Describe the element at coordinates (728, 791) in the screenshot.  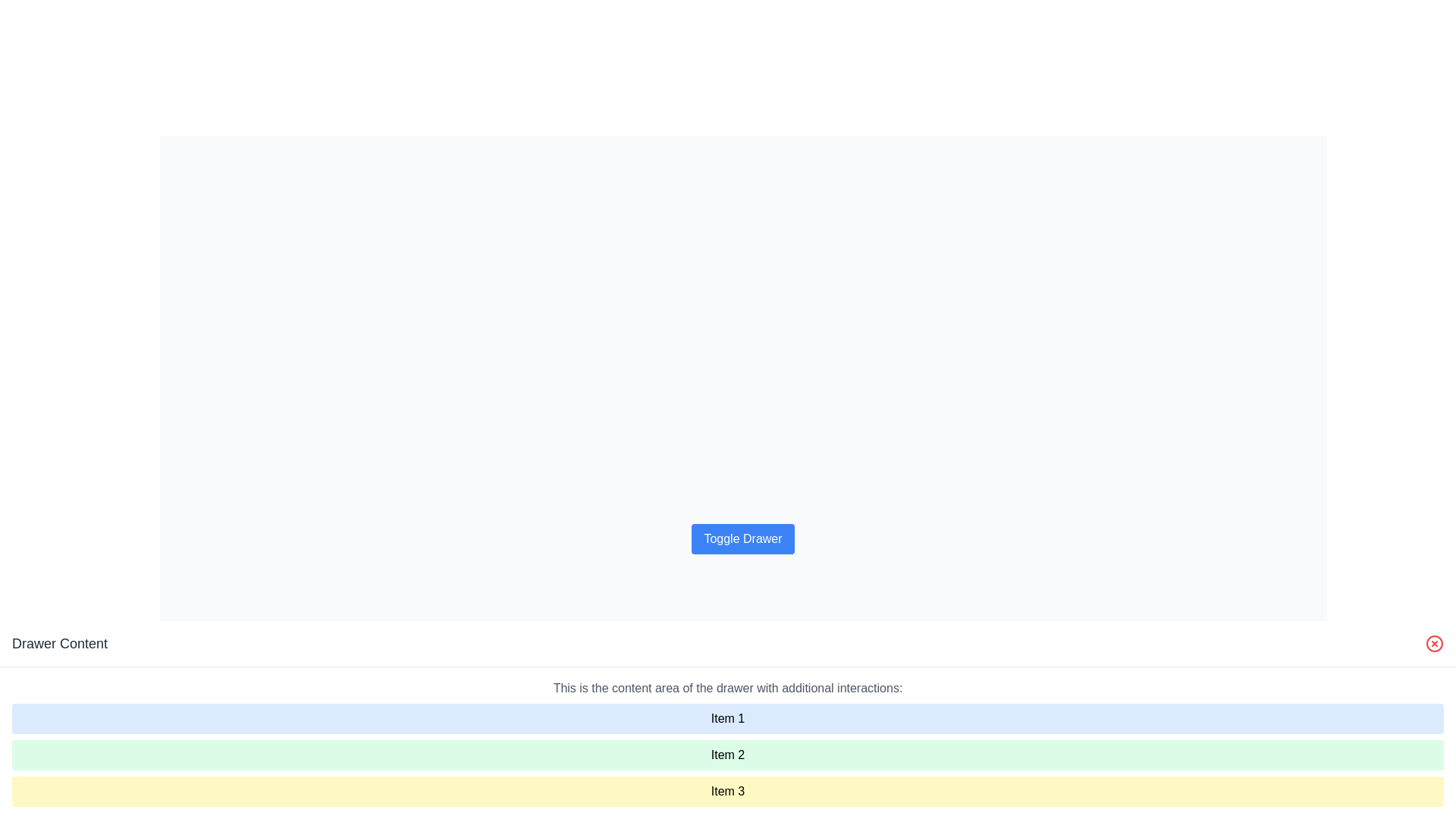
I see `the third and bottommost List item that displays the text 'Item 3' in a vertical list` at that location.